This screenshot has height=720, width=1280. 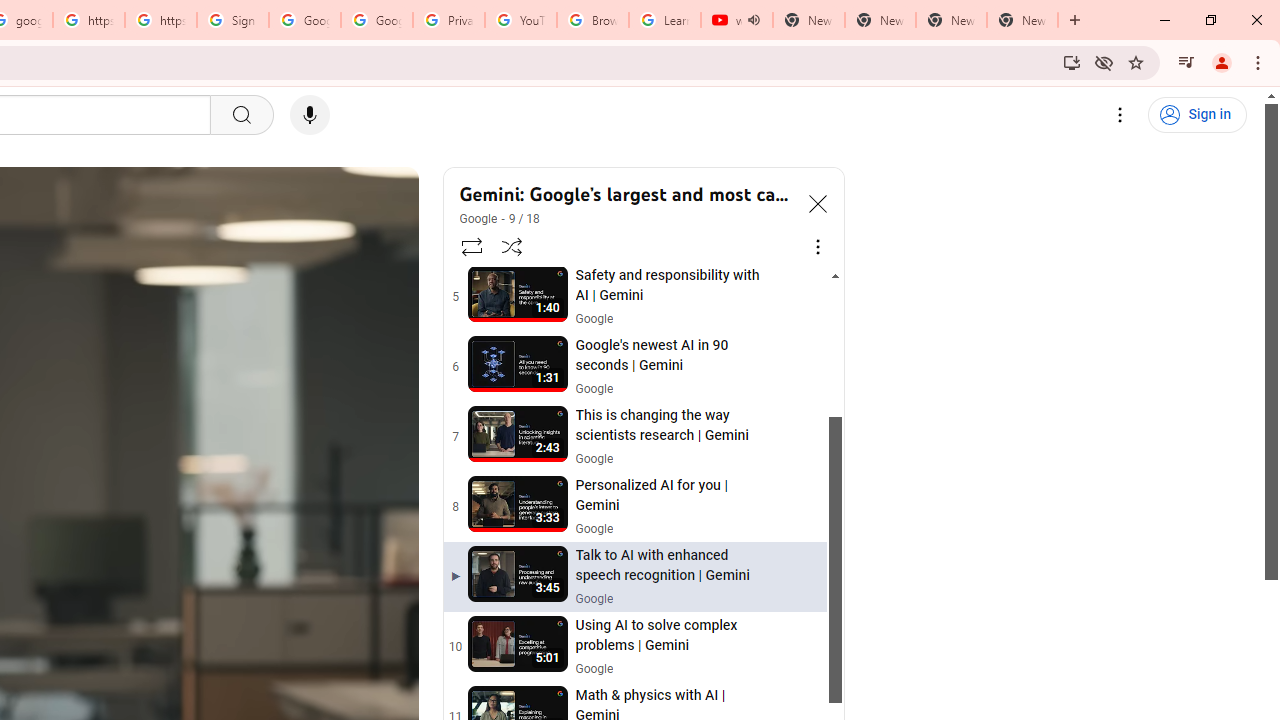 What do you see at coordinates (308, 115) in the screenshot?
I see `'Search with your voice'` at bounding box center [308, 115].